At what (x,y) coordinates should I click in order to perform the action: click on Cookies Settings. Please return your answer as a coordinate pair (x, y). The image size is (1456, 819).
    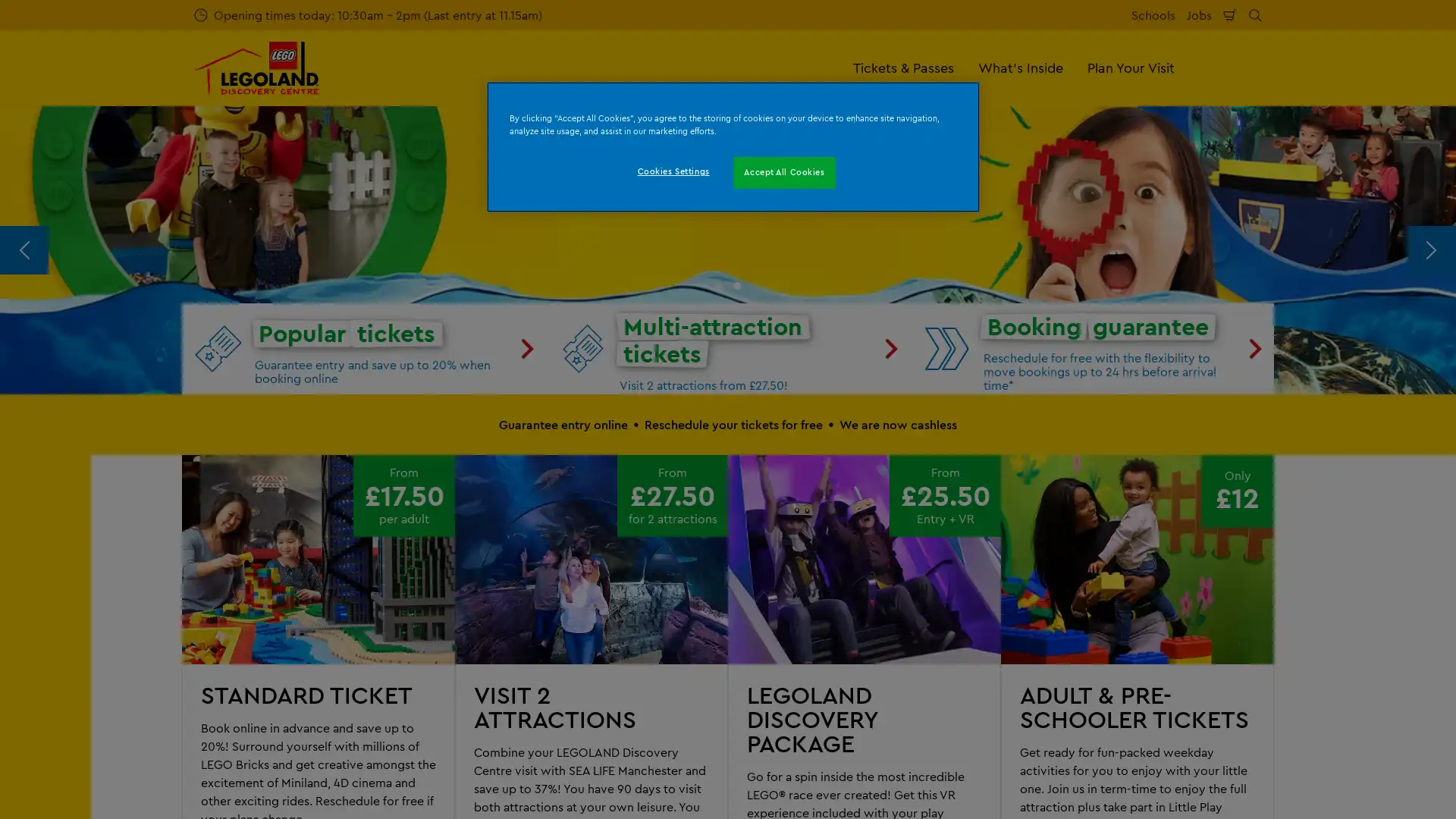
    Looking at the image, I should click on (672, 171).